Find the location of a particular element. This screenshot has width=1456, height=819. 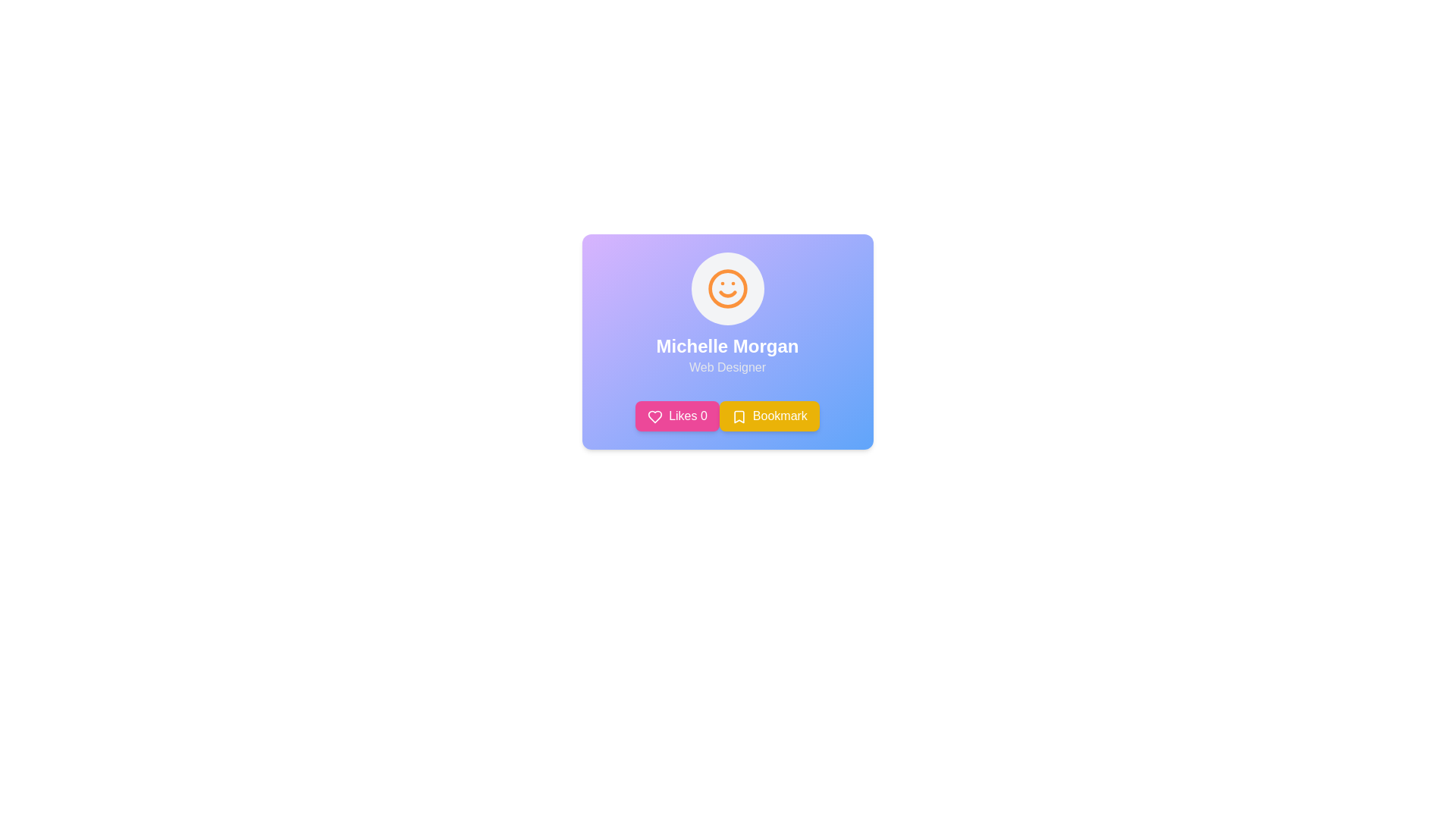

the Static Text element displaying 'Web Designer', which is styled in light gray on a light blue background and is centered below 'Michelle Morgan' is located at coordinates (726, 368).